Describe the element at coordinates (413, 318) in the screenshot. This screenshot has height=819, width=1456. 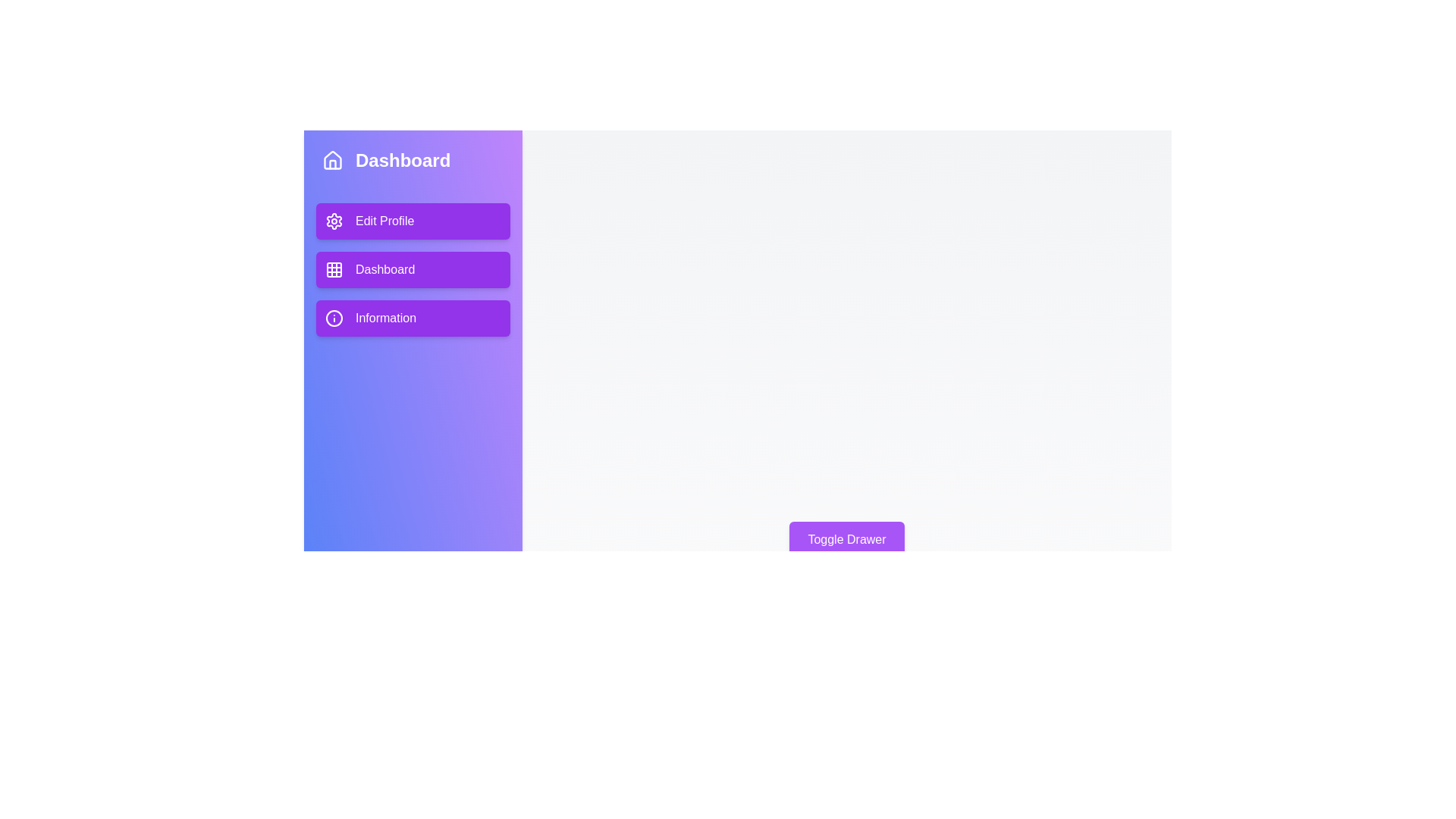
I see `the navigation menu item Information` at that location.